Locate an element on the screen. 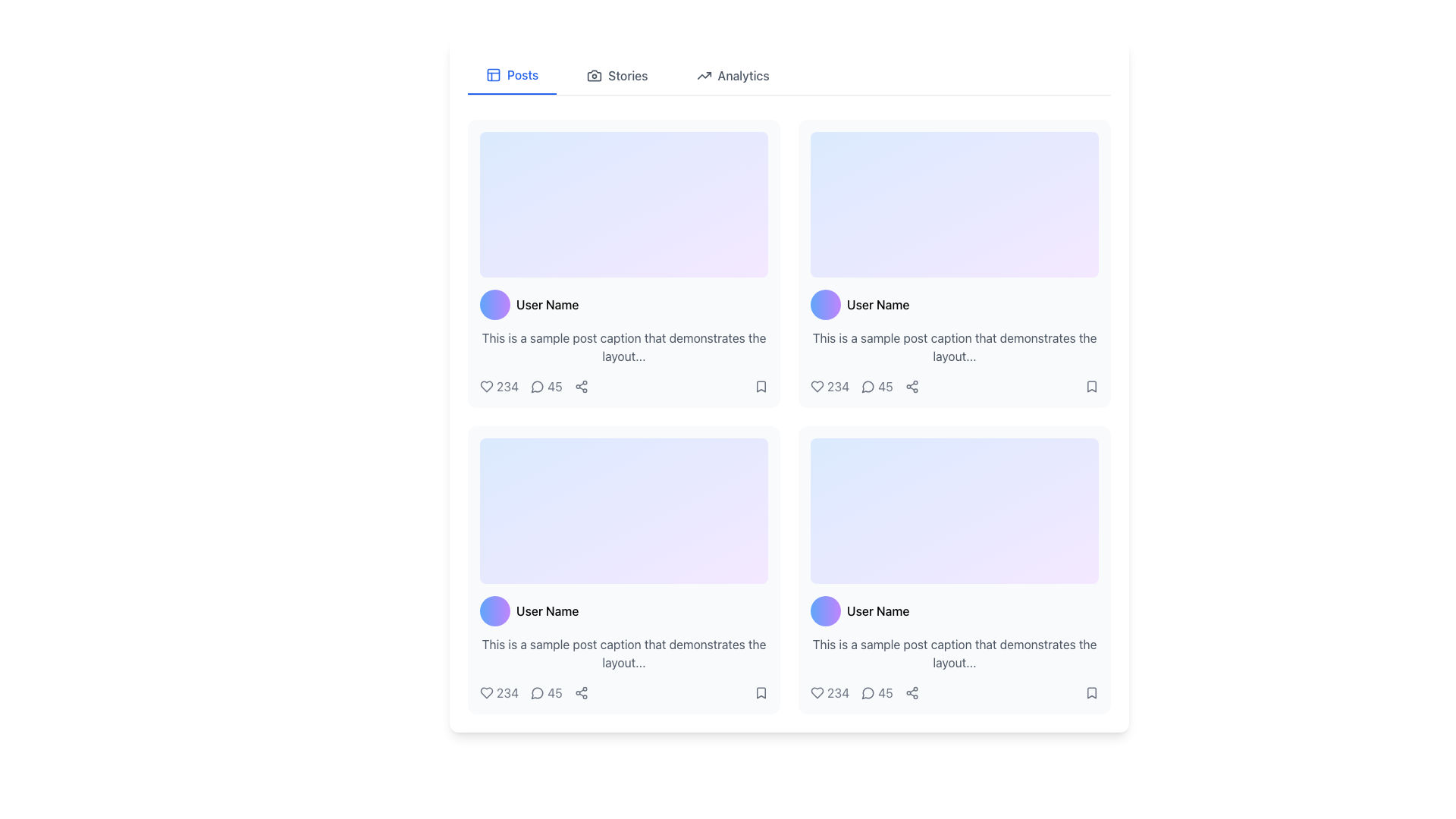 This screenshot has height=819, width=1456. the heart icon of the Interactive like button with count display to like, which shows a count of '234' next to it is located at coordinates (498, 693).